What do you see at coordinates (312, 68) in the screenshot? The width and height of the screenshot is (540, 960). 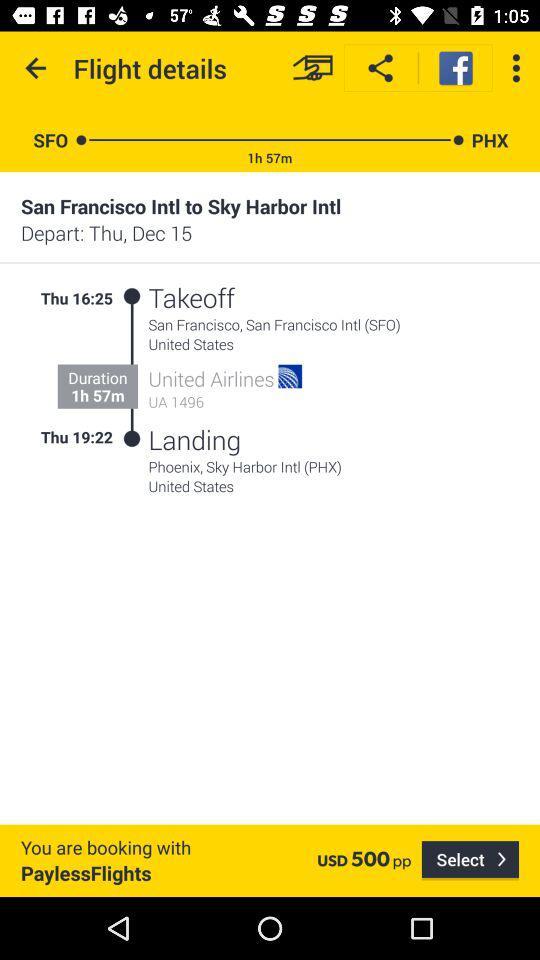 I see `item next to flight details` at bounding box center [312, 68].